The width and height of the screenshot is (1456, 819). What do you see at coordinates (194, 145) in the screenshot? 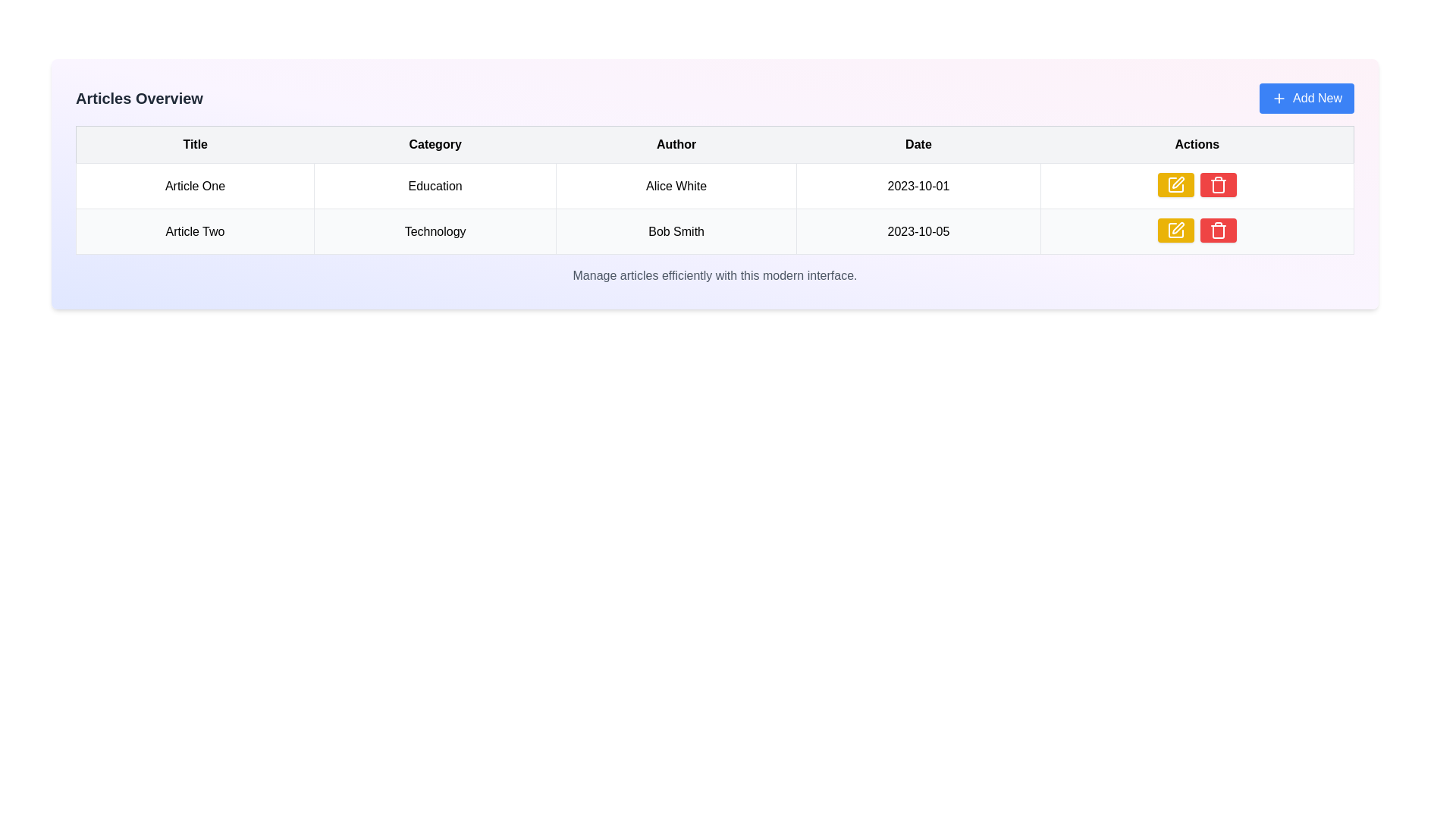
I see `the 'Title' column header cell` at bounding box center [194, 145].